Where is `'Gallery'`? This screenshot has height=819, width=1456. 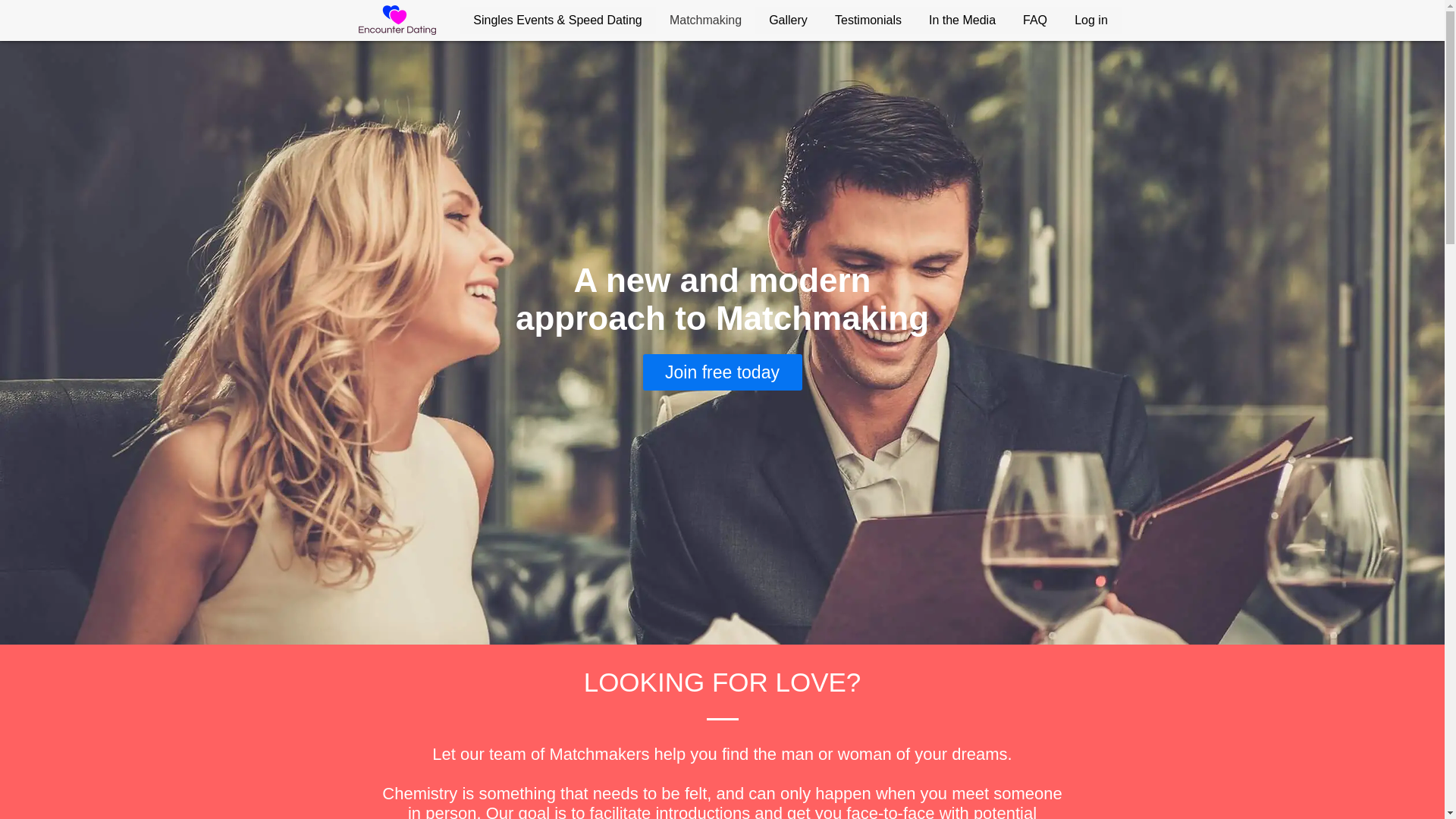
'Gallery' is located at coordinates (755, 20).